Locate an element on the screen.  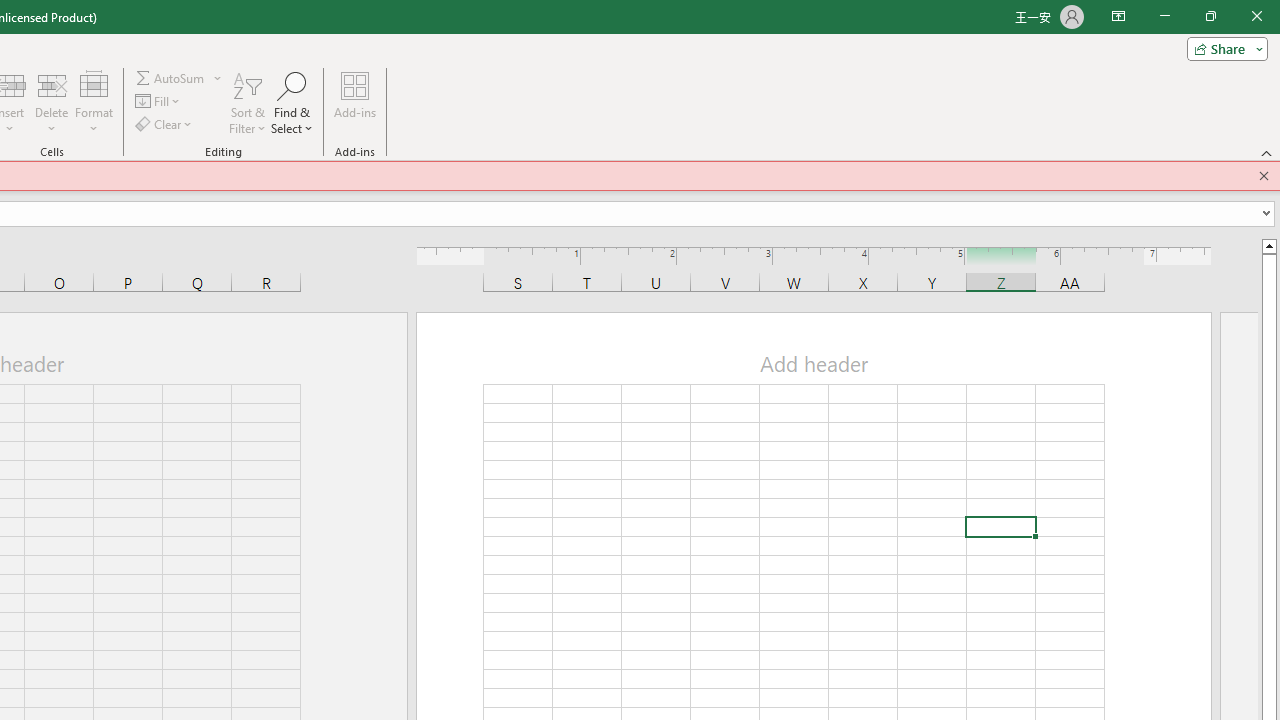
'Fill' is located at coordinates (158, 101).